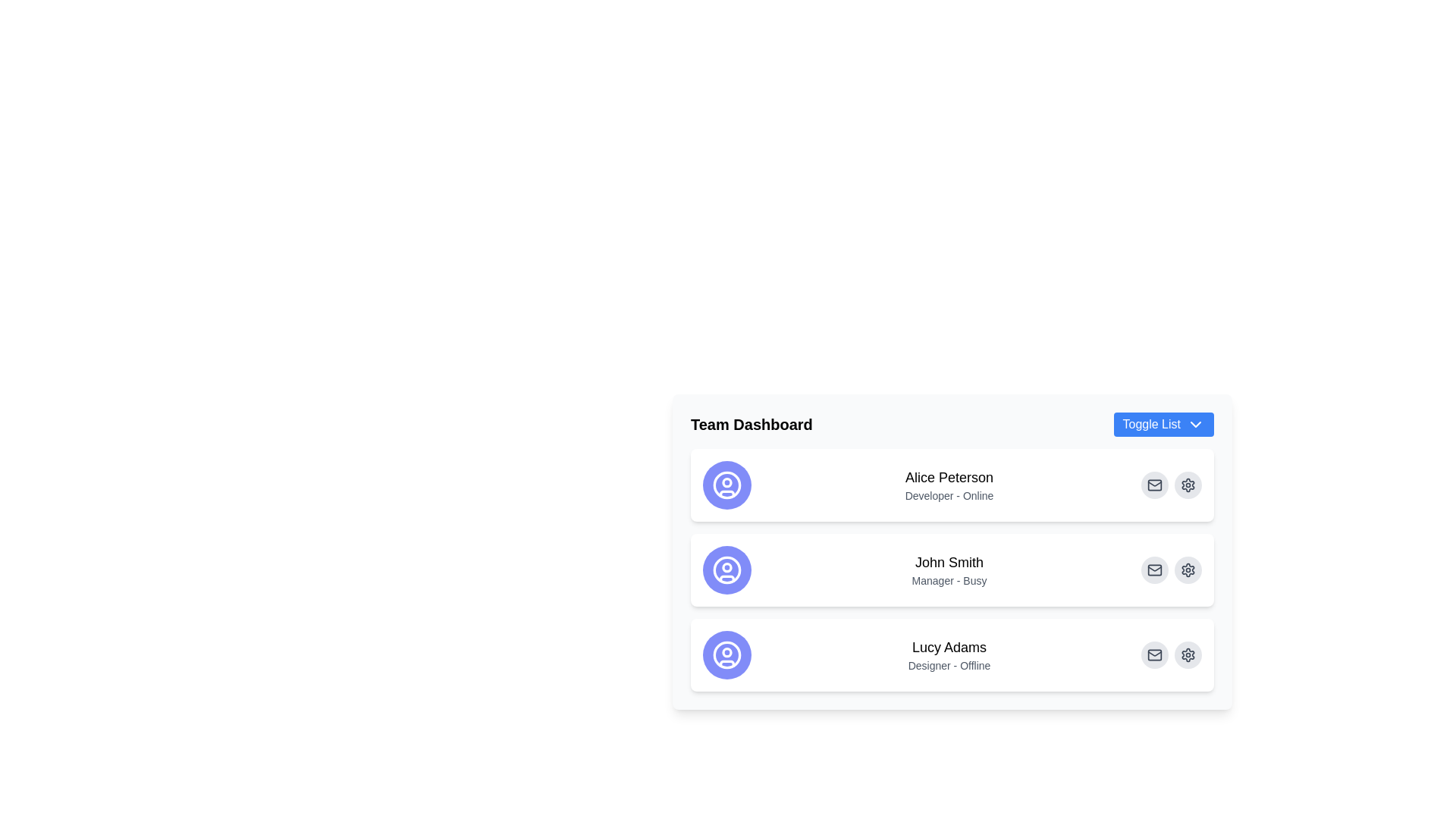 Image resolution: width=1456 pixels, height=819 pixels. Describe the element at coordinates (726, 654) in the screenshot. I see `the decorative circle icon indicating the user profile in the third row of the user list in the 'Team Dashboard' interface` at that location.